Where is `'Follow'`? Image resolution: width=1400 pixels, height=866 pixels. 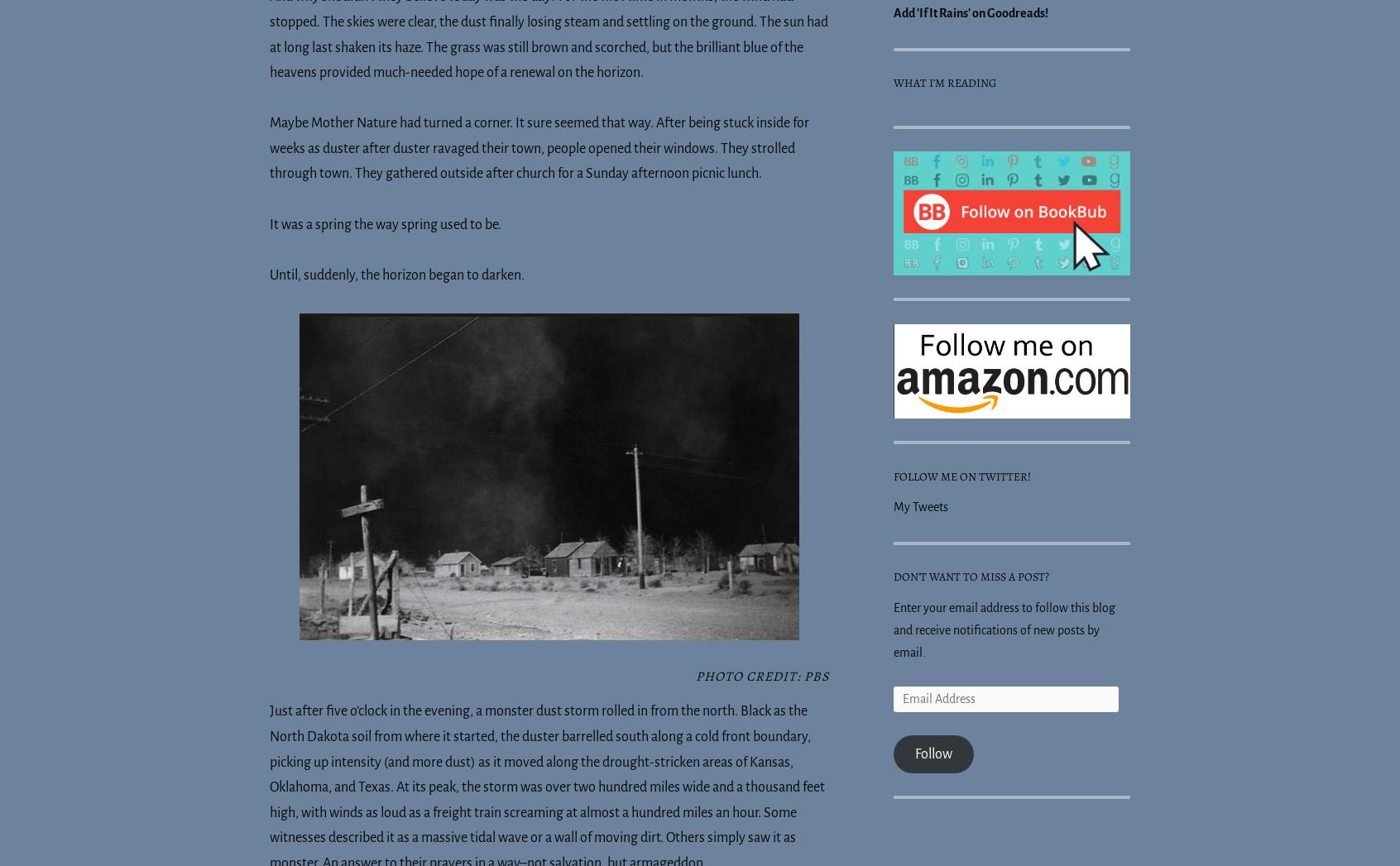
'Follow' is located at coordinates (933, 753).